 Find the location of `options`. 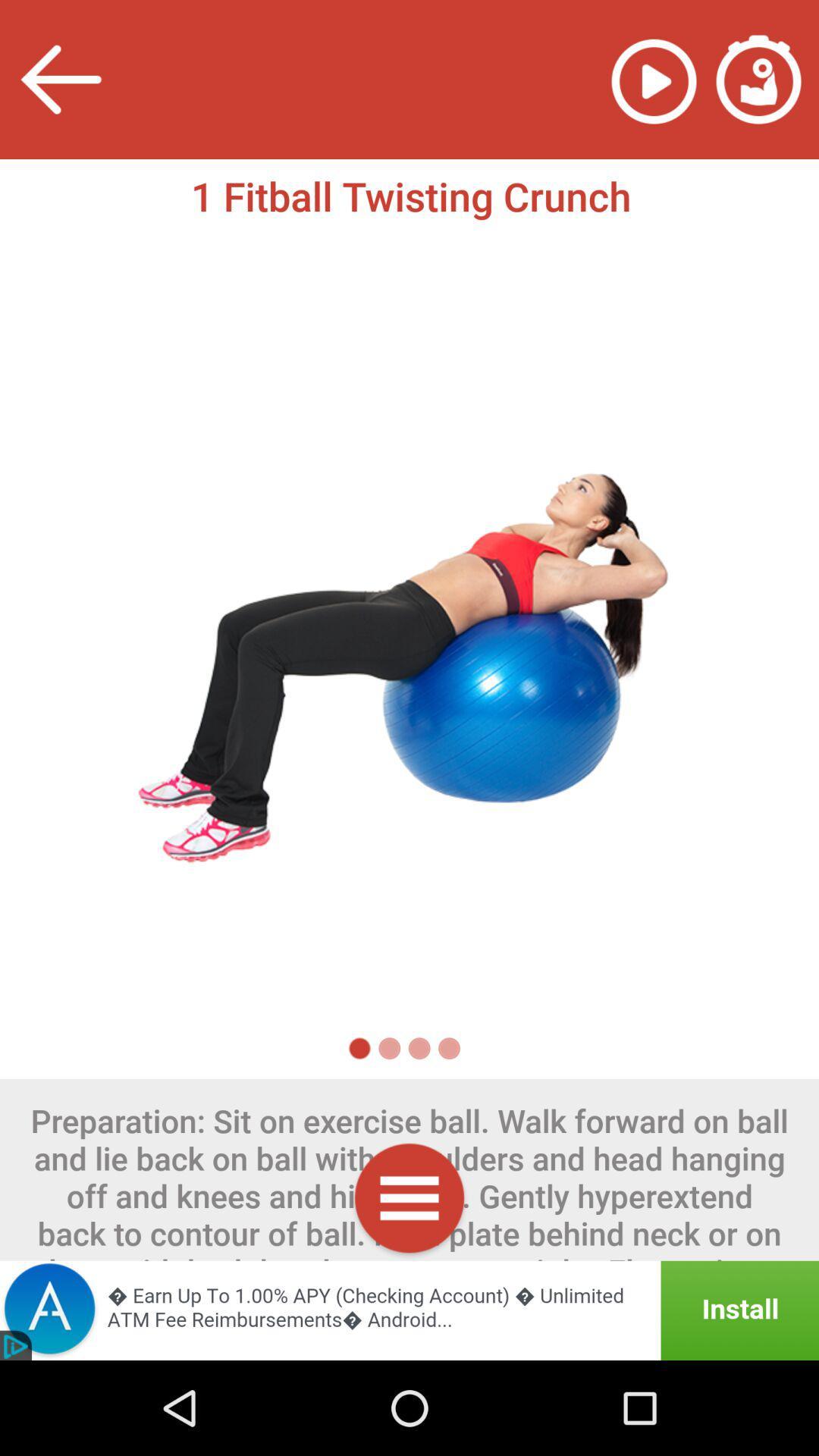

options is located at coordinates (409, 1200).